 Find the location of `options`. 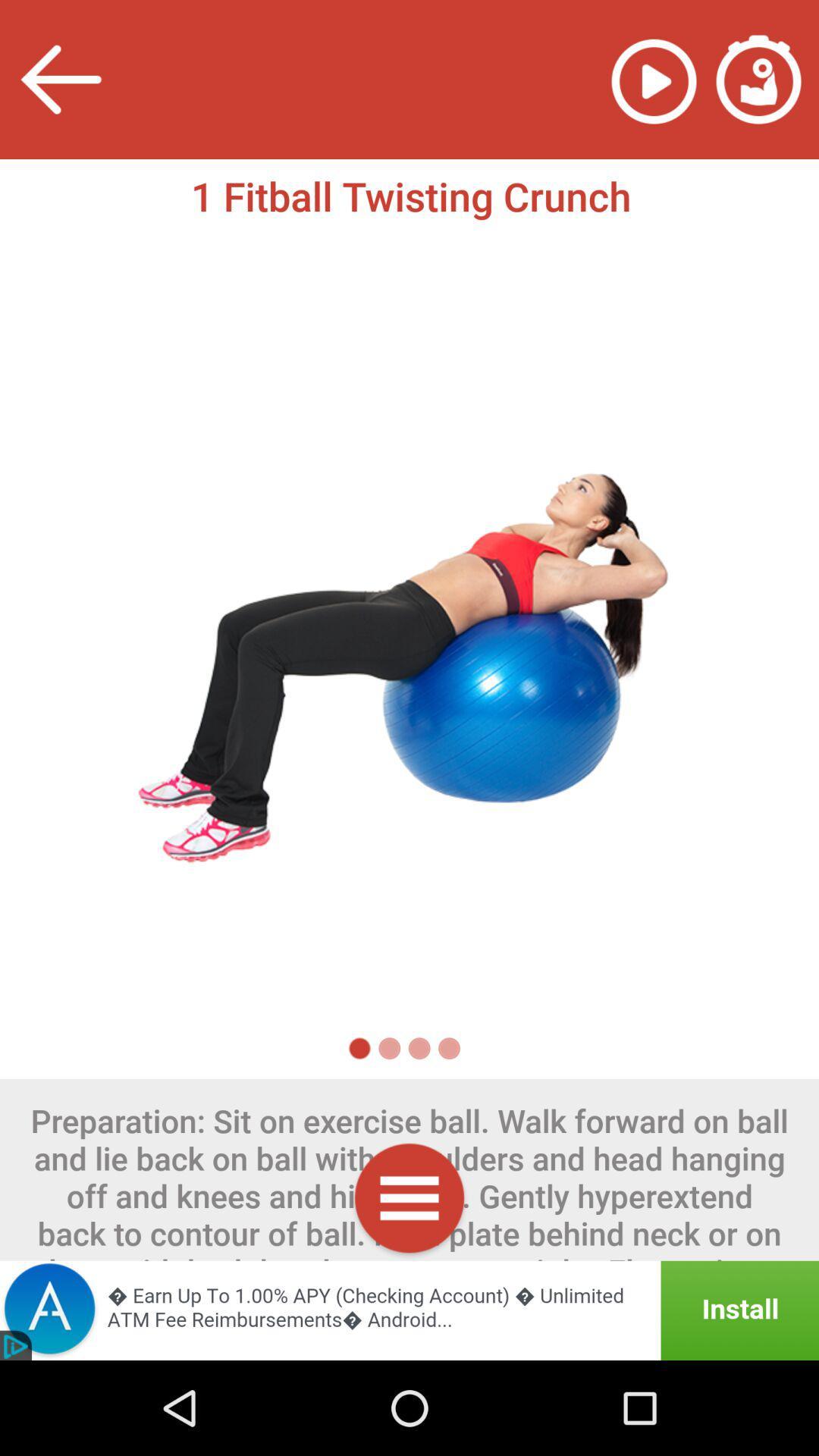

options is located at coordinates (409, 1200).